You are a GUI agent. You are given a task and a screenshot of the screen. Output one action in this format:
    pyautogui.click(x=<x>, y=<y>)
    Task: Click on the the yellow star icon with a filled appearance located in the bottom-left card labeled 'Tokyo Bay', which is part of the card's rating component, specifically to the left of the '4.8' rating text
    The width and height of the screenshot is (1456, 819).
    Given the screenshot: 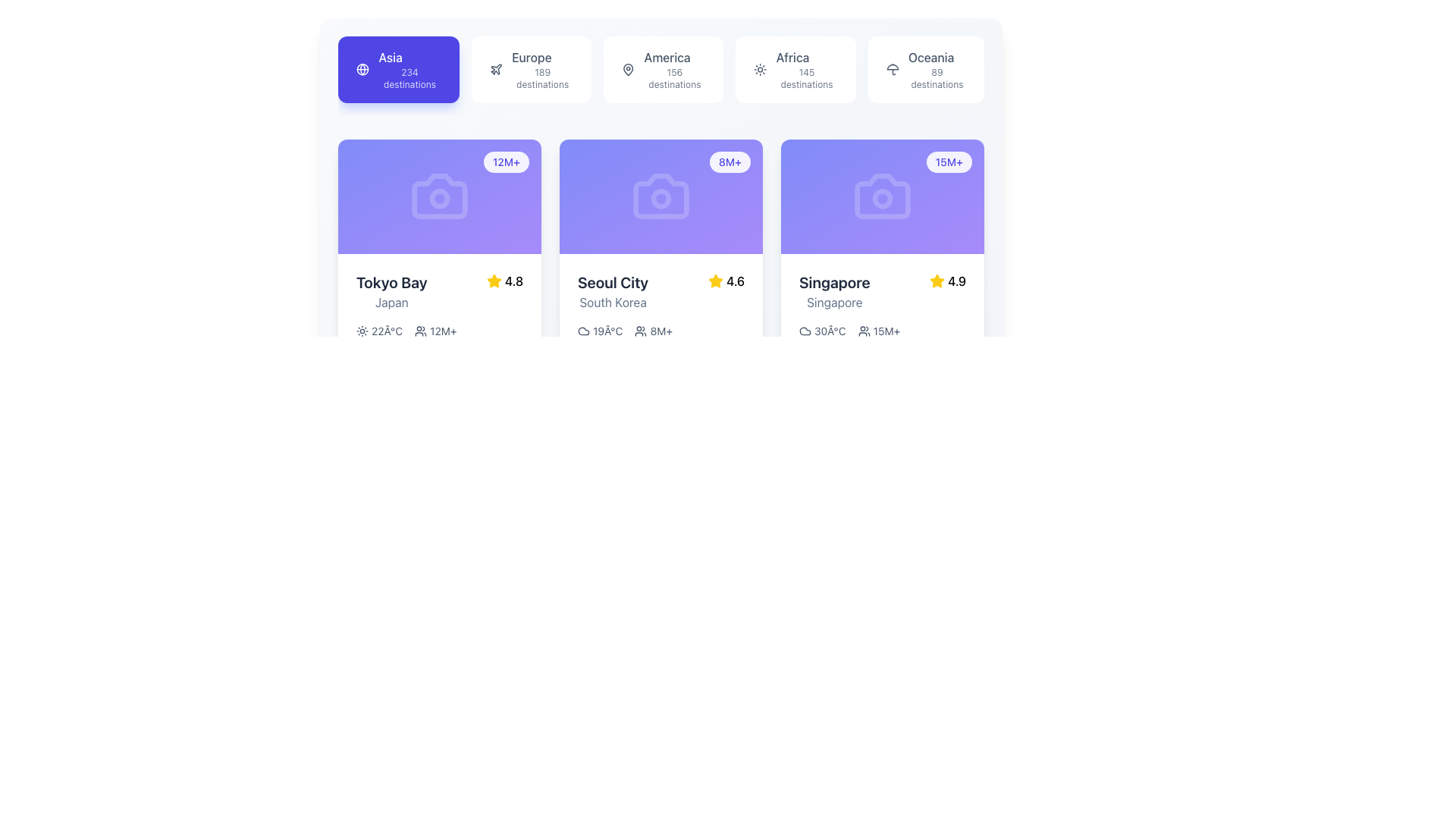 What is the action you would take?
    pyautogui.click(x=494, y=281)
    